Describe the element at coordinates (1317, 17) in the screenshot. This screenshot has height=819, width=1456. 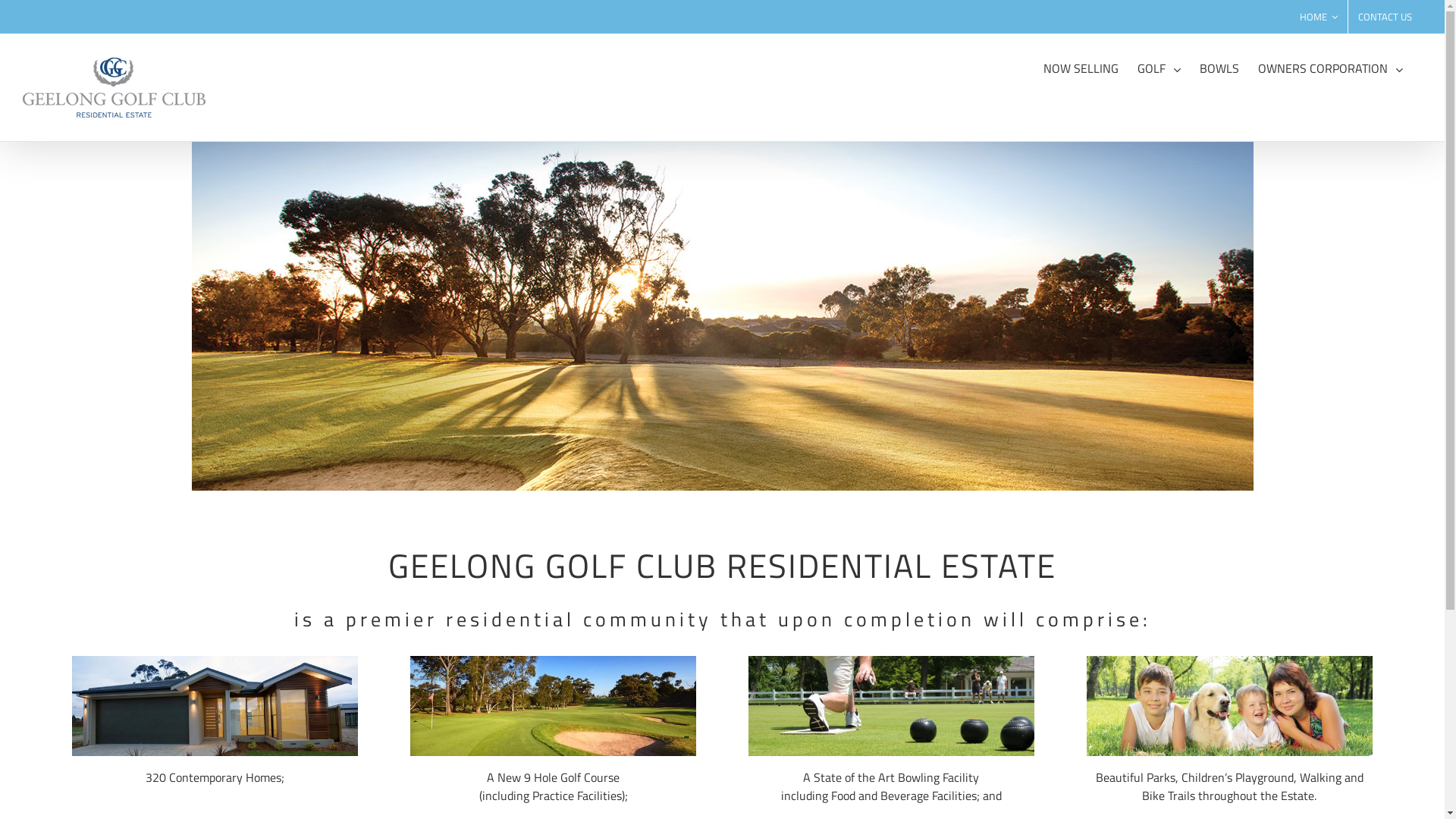
I see `'HOME'` at that location.